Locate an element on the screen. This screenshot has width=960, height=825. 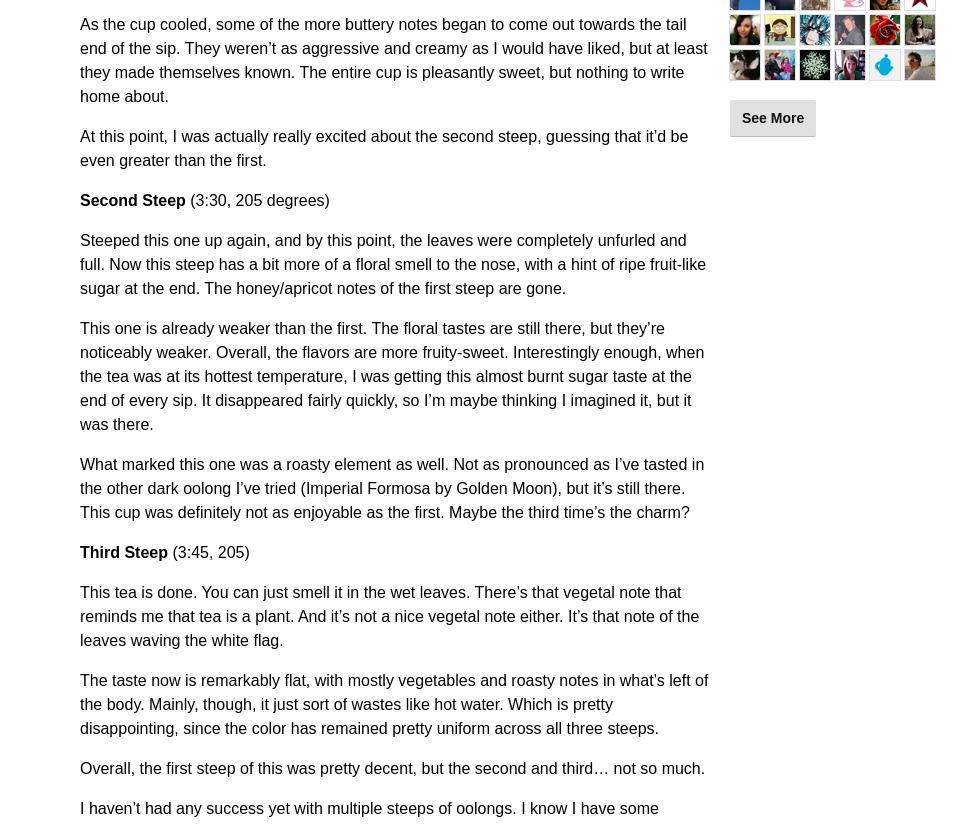
'As the cup cooled, some of the more buttery notes began to come out towards the tail end of the sip. They weren’t as aggressive and creamy as I would have liked, but at least they made themselves known. The entire cup is pleasantly sweet, but nothing to write home about.' is located at coordinates (392, 60).